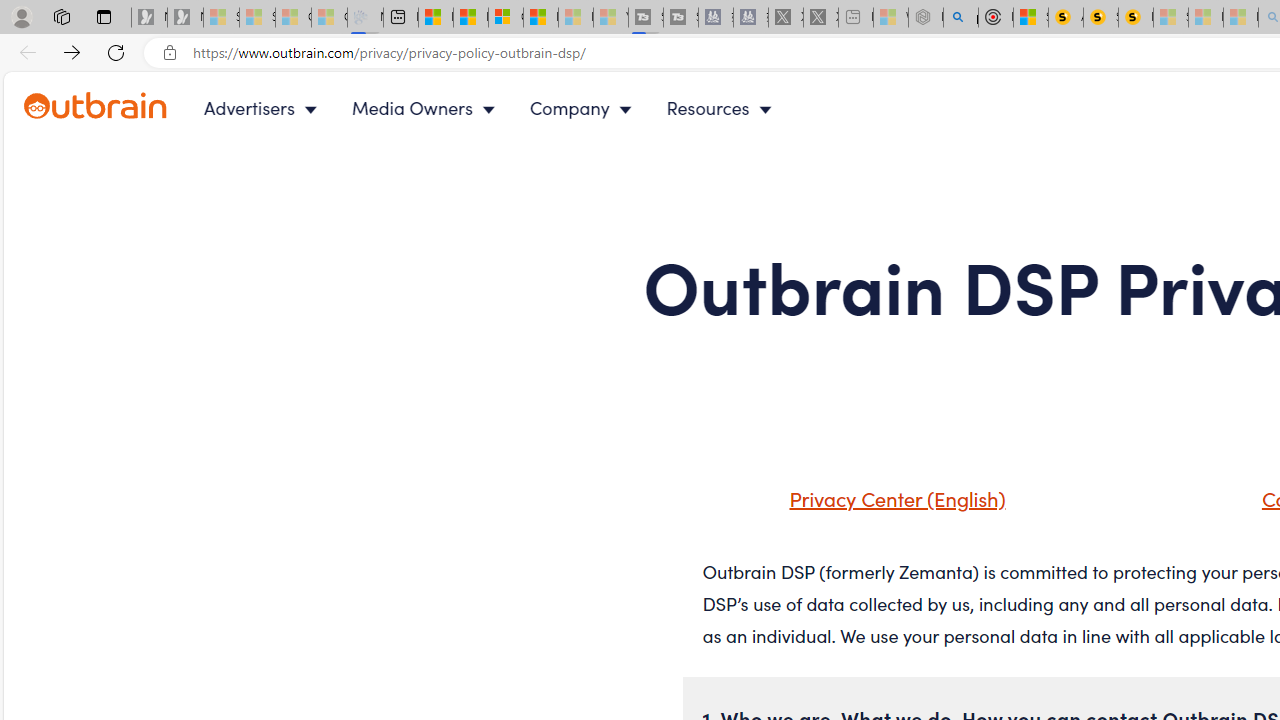  Describe the element at coordinates (72, 51) in the screenshot. I see `'Forward'` at that location.